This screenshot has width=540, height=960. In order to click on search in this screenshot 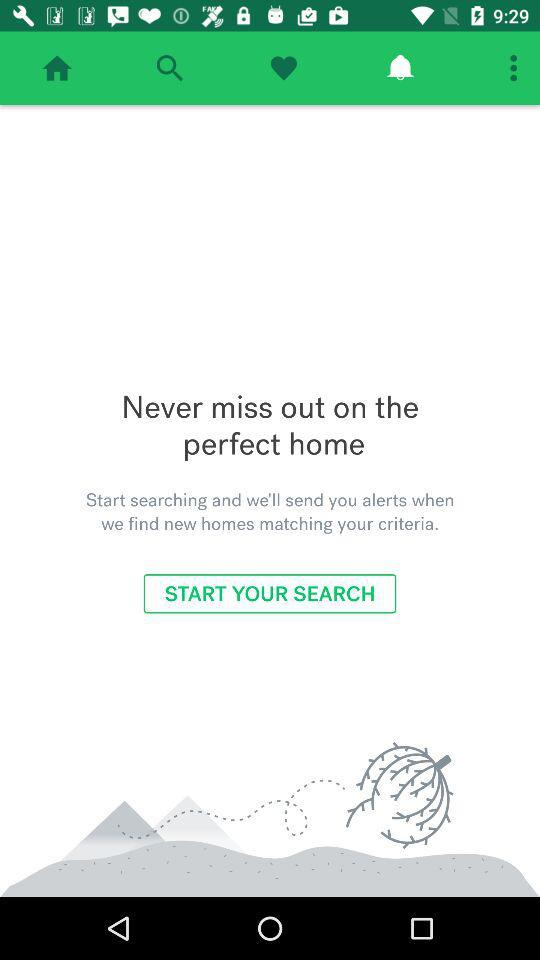, I will do `click(168, 68)`.